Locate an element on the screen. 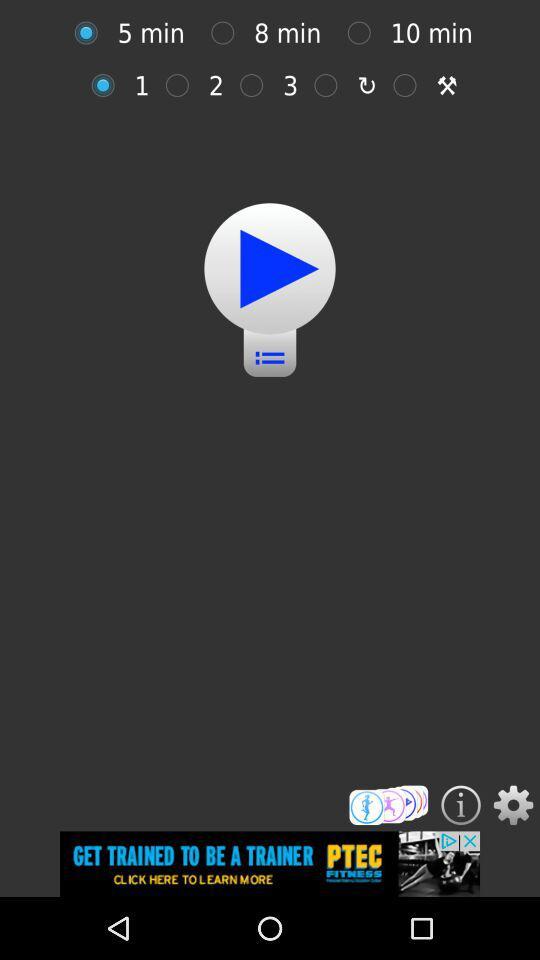 The image size is (540, 960). 8 minutes option is located at coordinates (226, 32).